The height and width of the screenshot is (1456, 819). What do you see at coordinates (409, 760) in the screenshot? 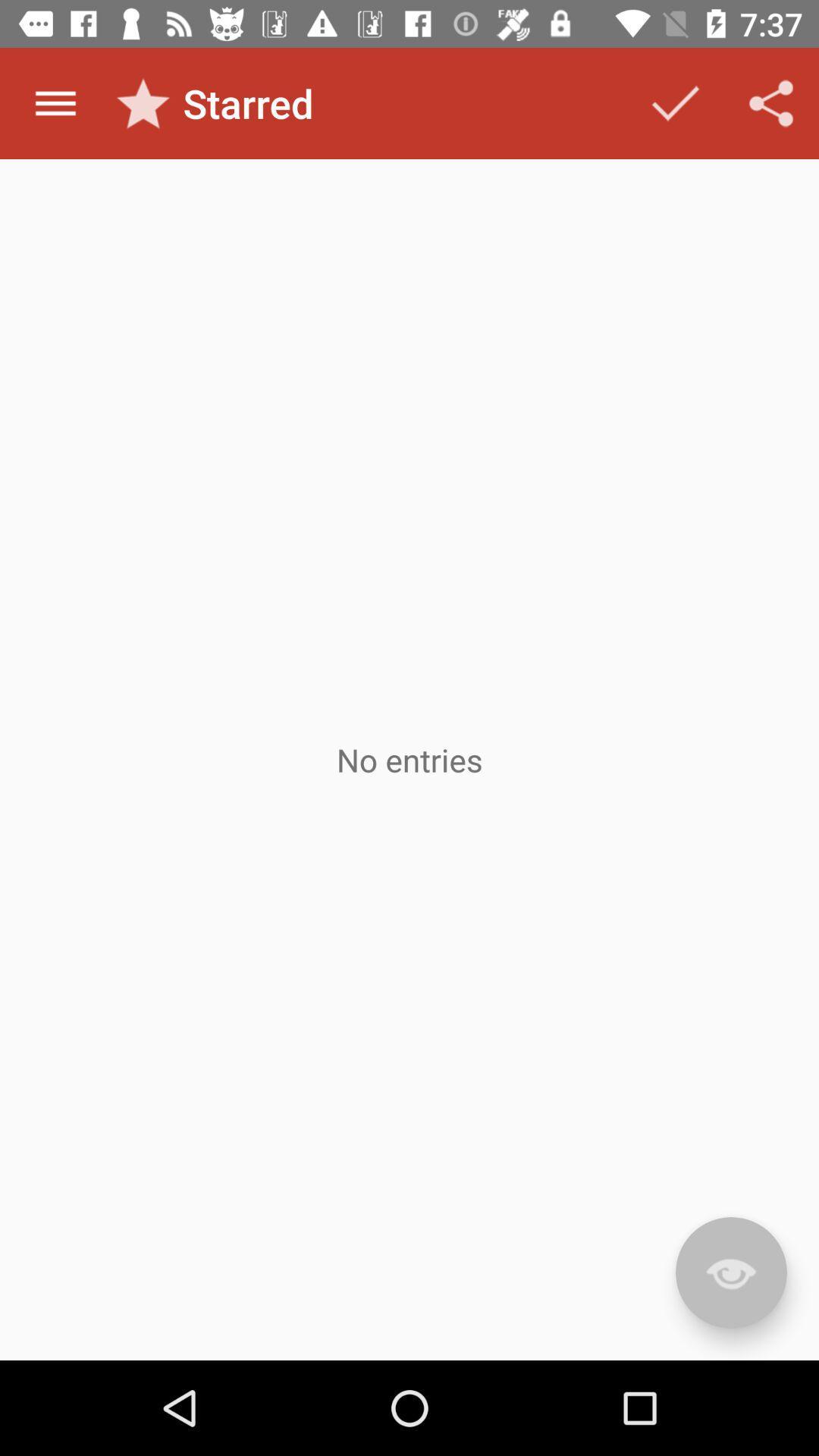
I see `the app at the center` at bounding box center [409, 760].